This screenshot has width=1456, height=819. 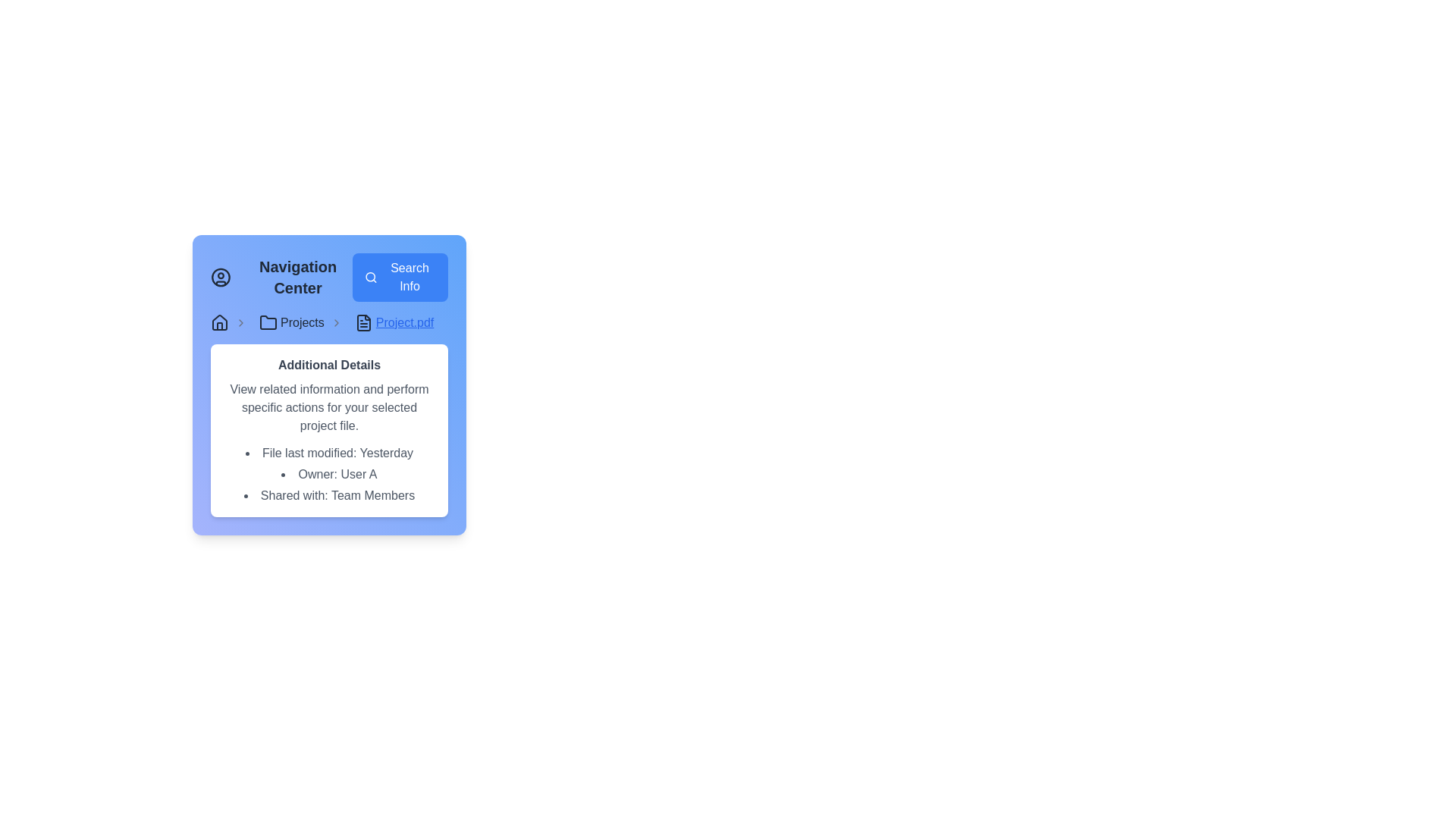 I want to click on the text label indicating 'User A' as the owner, which is the second item in the bulleted list within the 'Additional Details' section, located below 'File last modified: Yesterday', so click(x=328, y=473).